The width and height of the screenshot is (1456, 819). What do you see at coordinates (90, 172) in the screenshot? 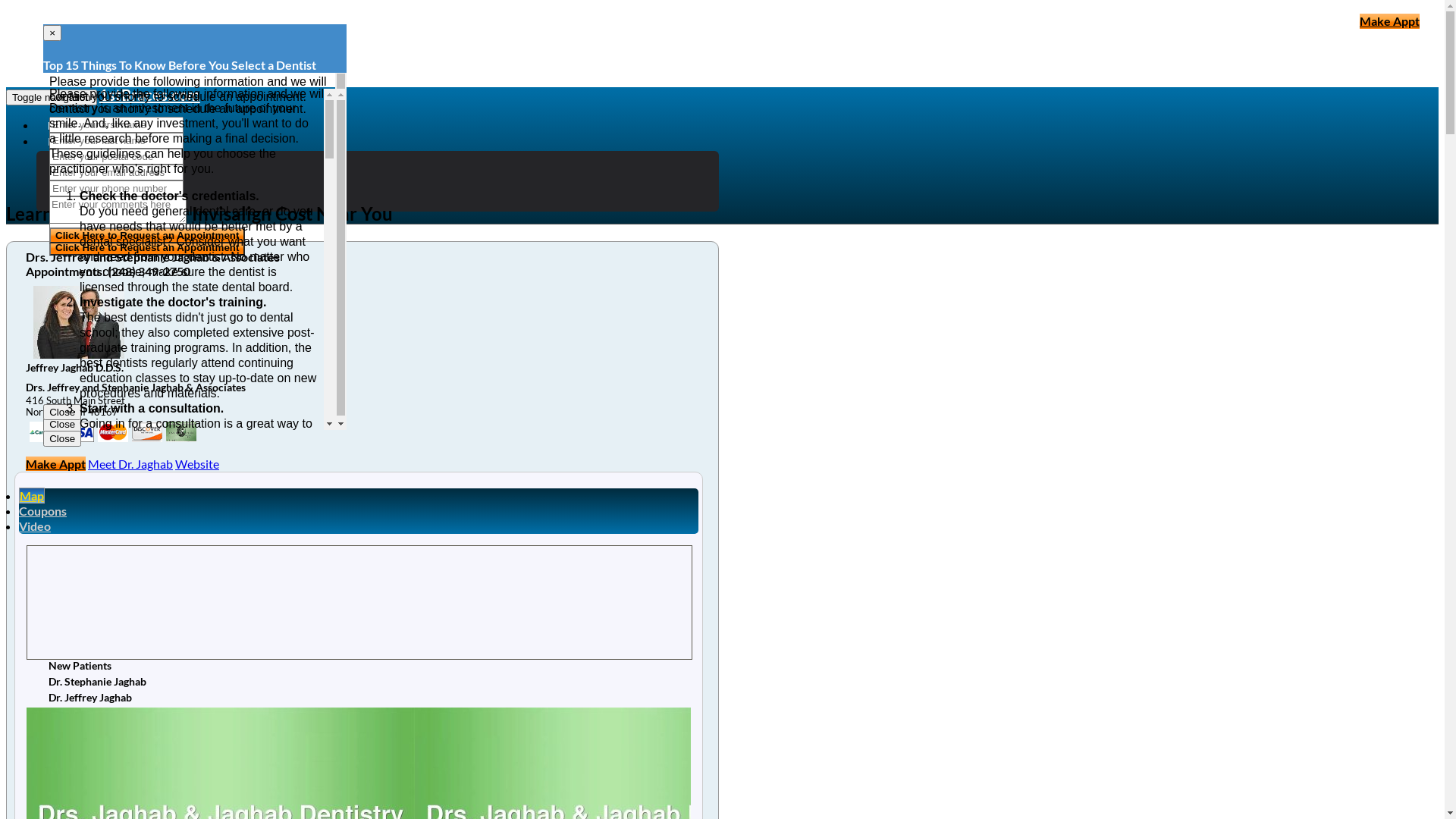
I see `'Invisalign'` at bounding box center [90, 172].